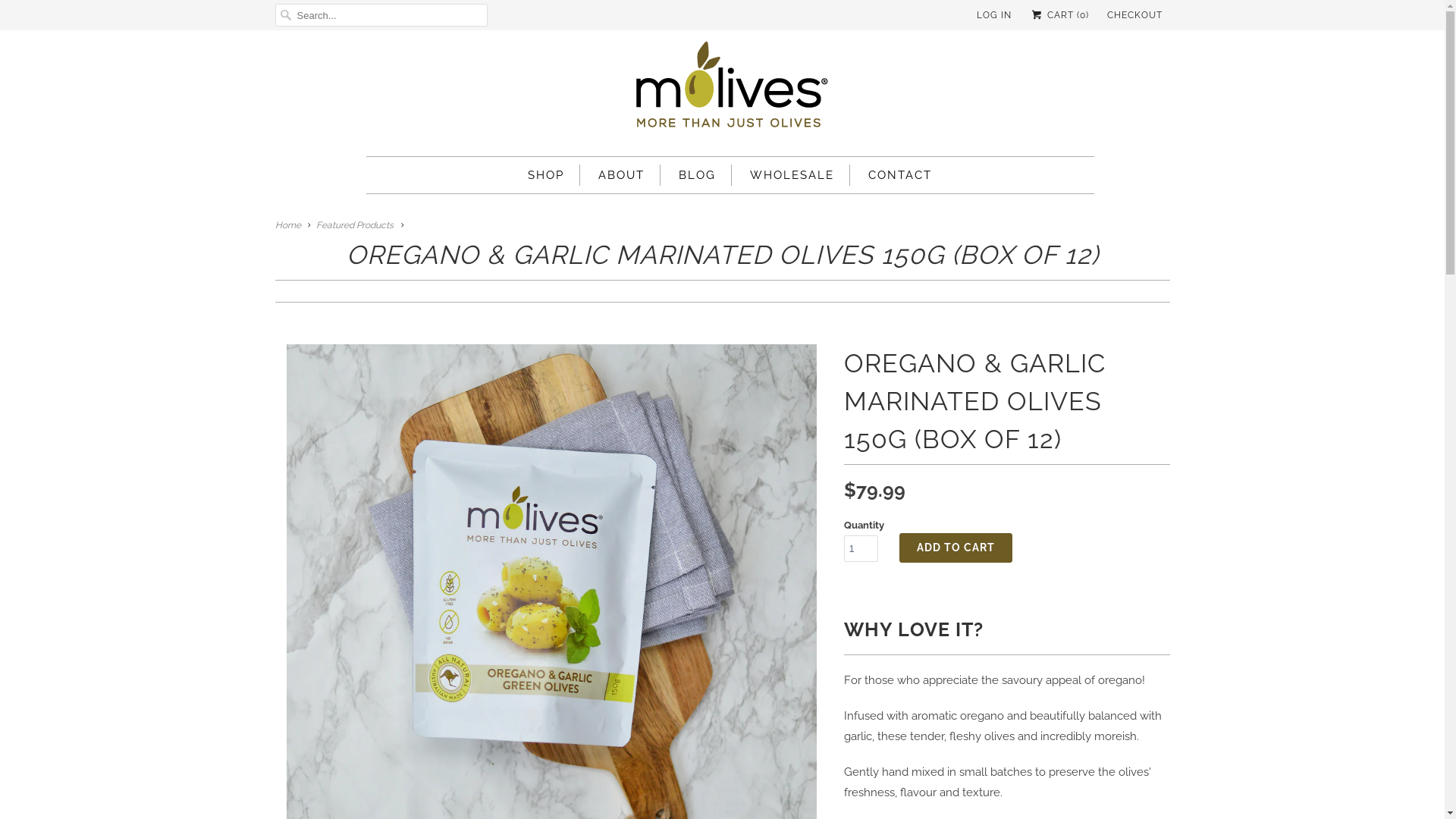 The width and height of the screenshot is (1456, 819). Describe the element at coordinates (696, 174) in the screenshot. I see `'BLOG'` at that location.